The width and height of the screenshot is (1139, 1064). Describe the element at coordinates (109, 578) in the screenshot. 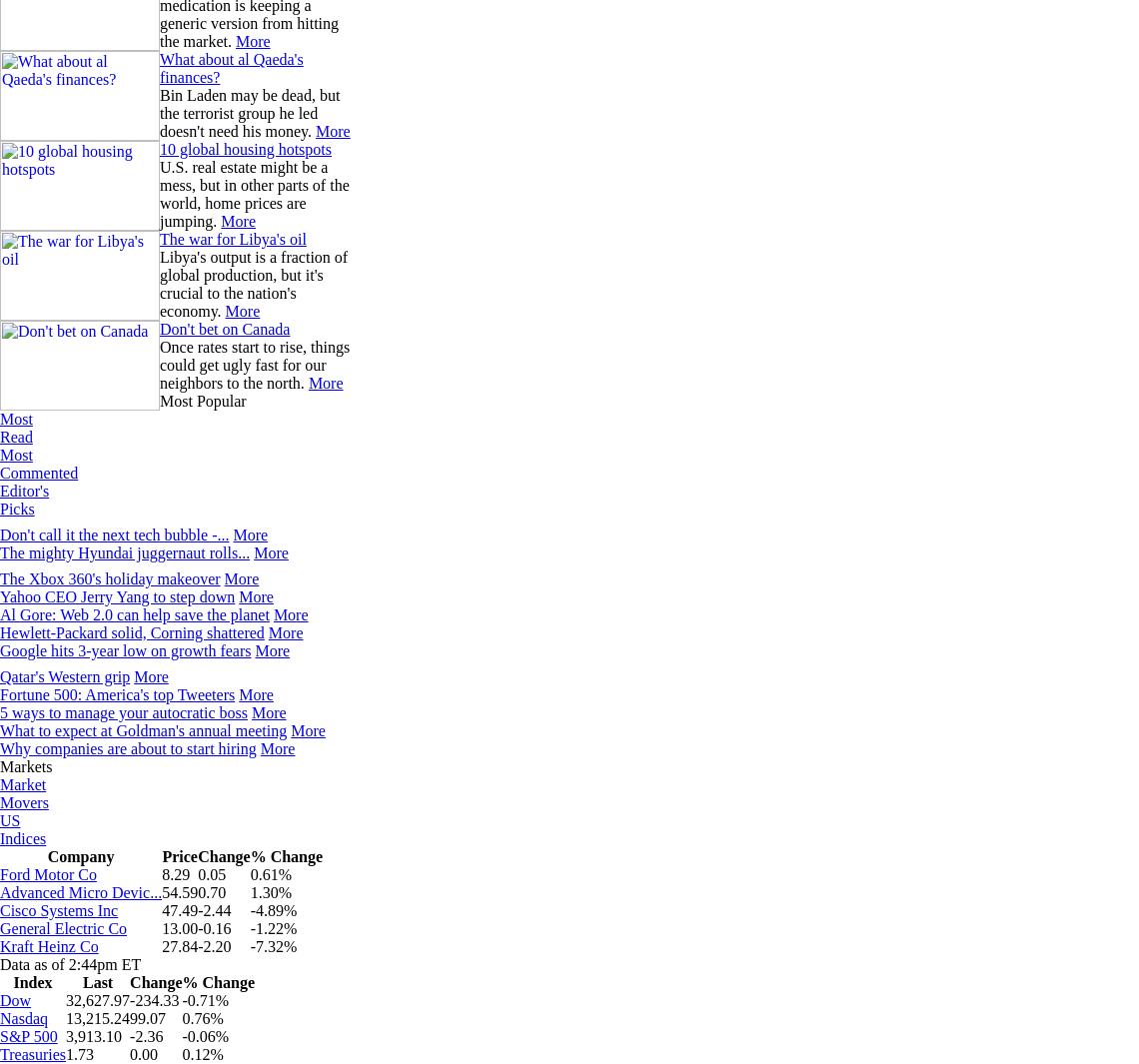

I see `'The Xbox 360's holiday makeover'` at that location.